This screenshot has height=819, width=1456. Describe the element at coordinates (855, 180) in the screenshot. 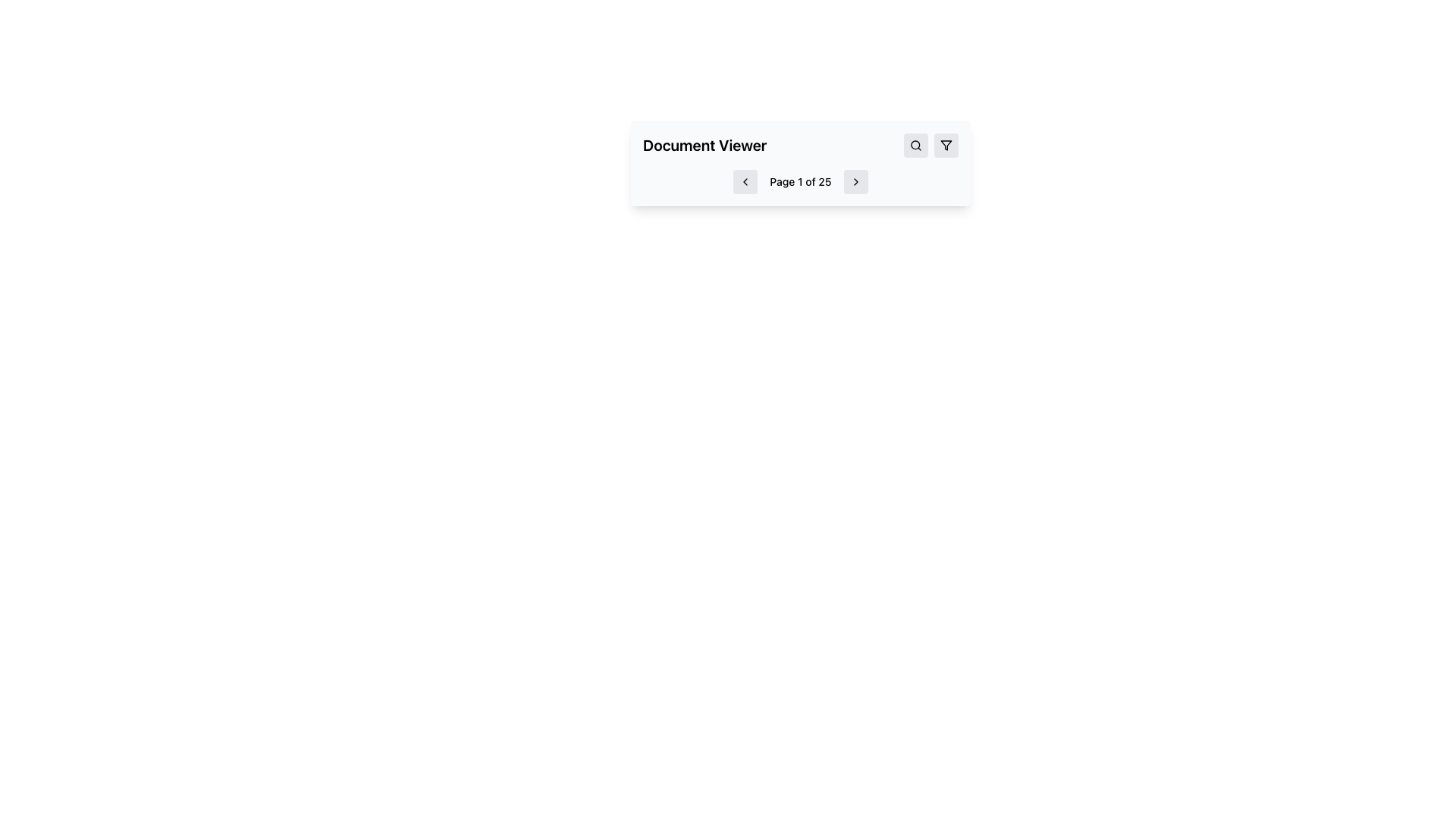

I see `the navigation button icon that advances to the next page in the document viewer` at that location.